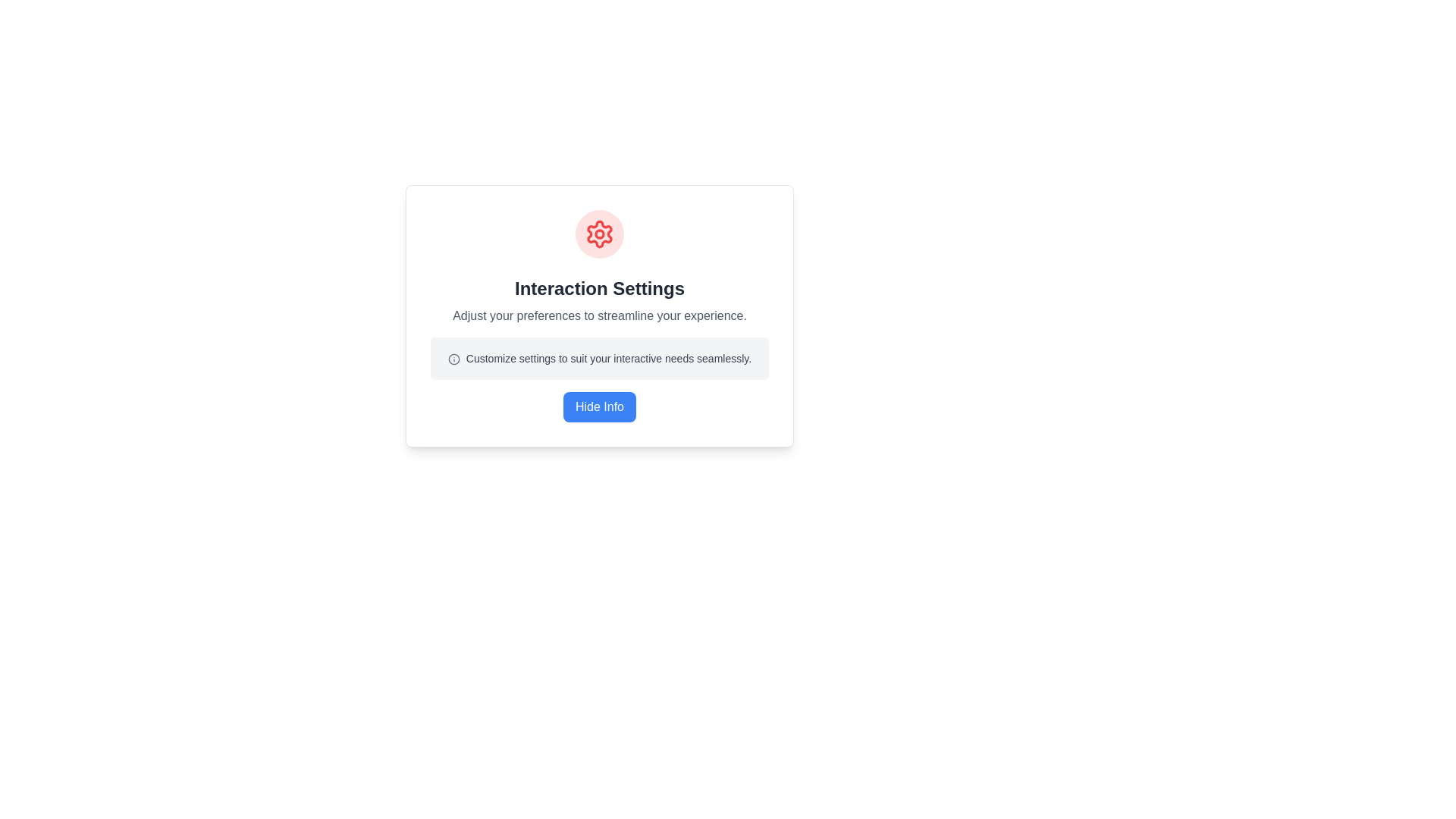  What do you see at coordinates (453, 359) in the screenshot?
I see `the small circular information icon with a light-gray outline, which is the first element to the left of the text 'Customize settings to suit your interactive needs seamlessly'` at bounding box center [453, 359].